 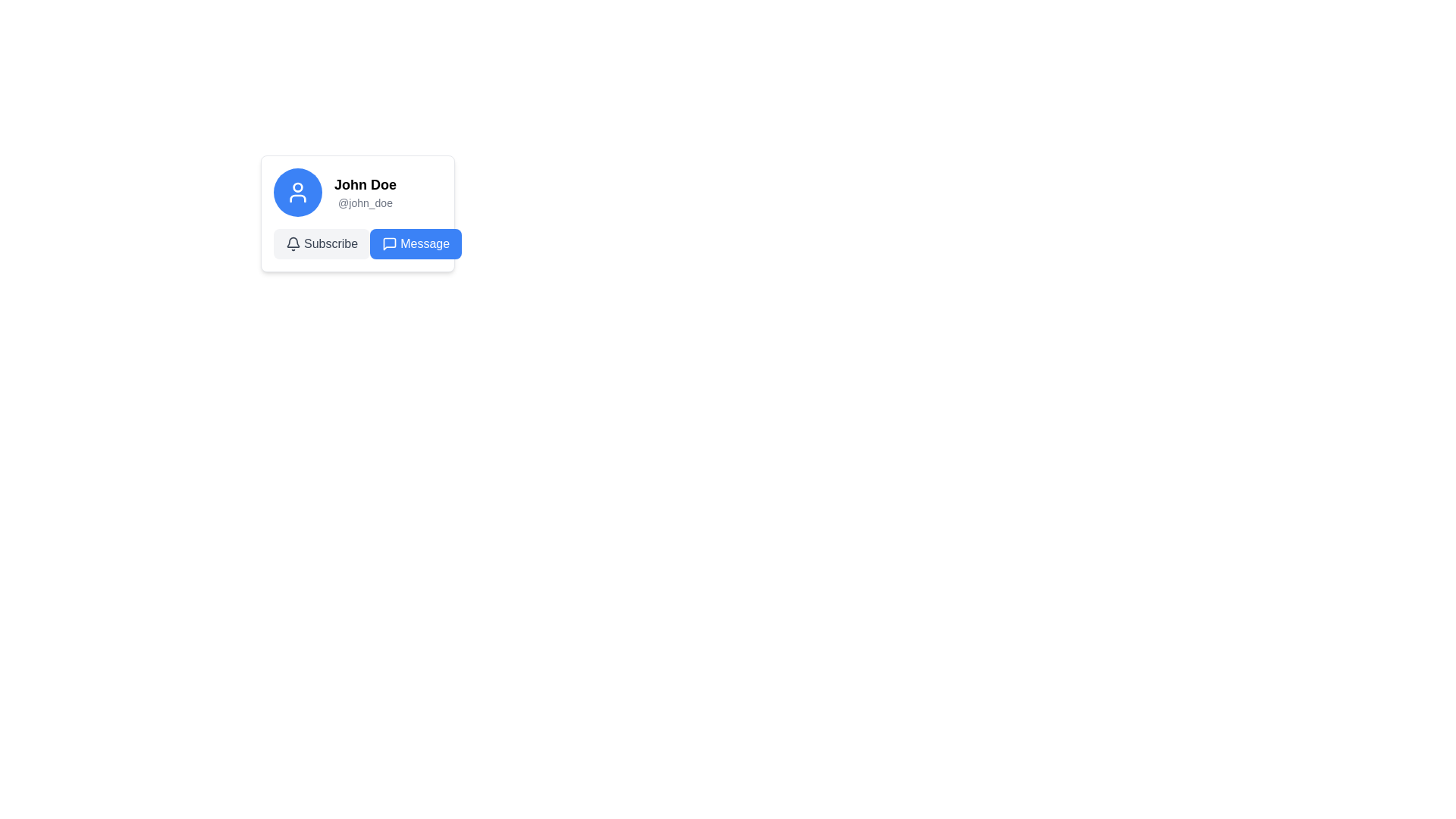 I want to click on the blue 'Message' button with a speech bubble icon, so click(x=416, y=243).